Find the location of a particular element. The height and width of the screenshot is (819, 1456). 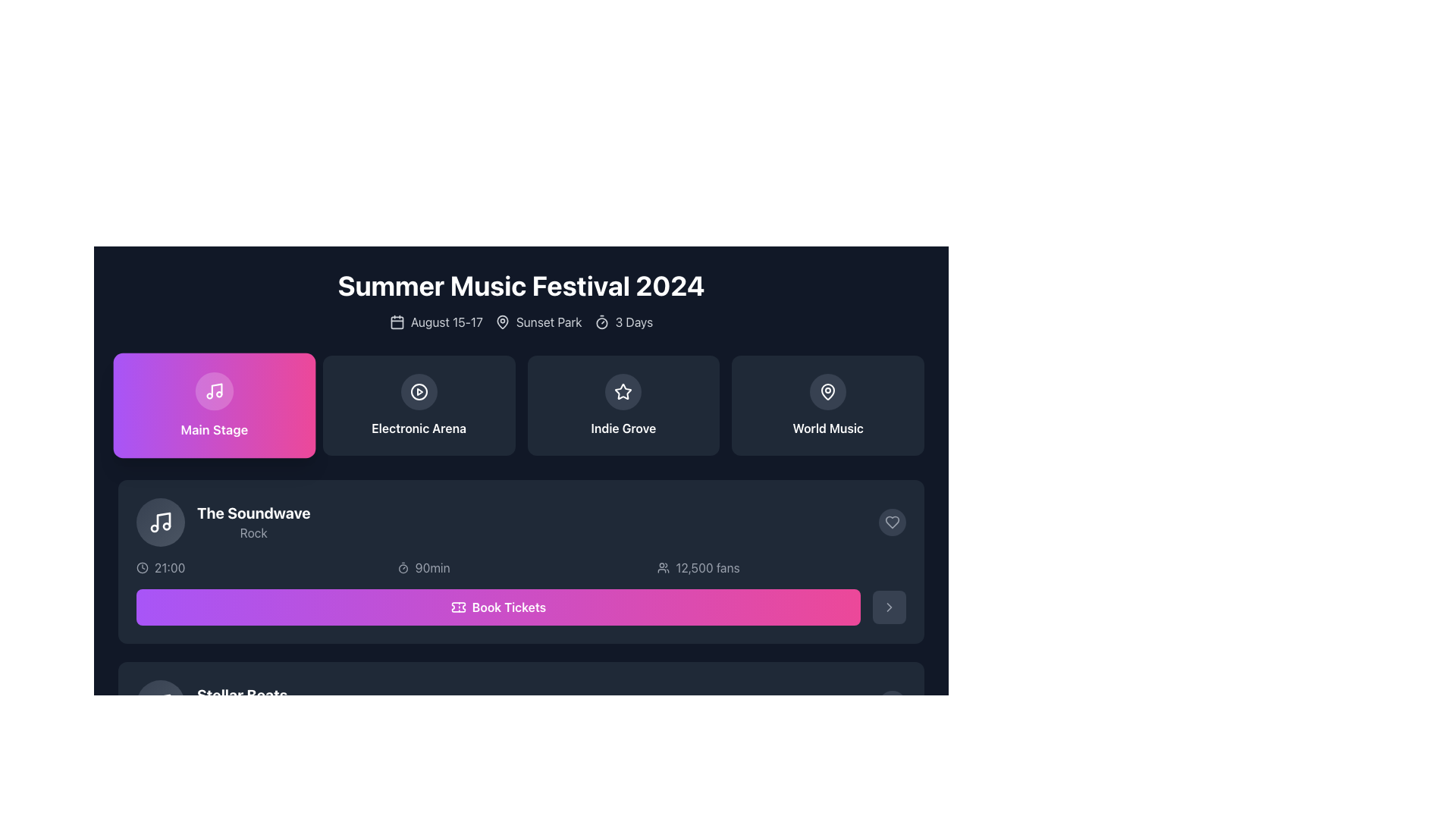

the music icon within the first circular button in the horizontal navigation bar at the top of the interface is located at coordinates (213, 391).